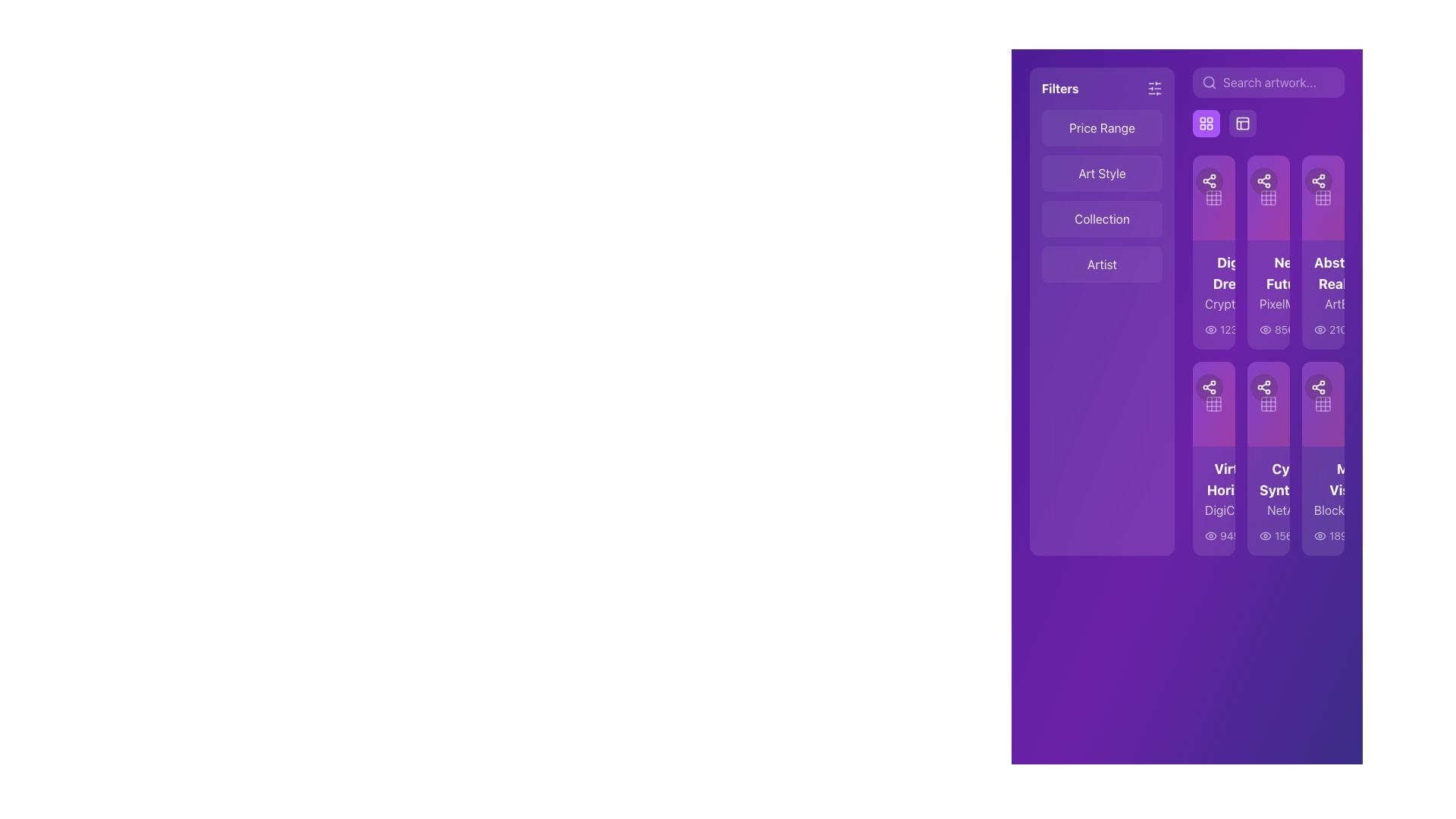  Describe the element at coordinates (1301, 180) in the screenshot. I see `the circular Icon button with a sharing icon` at that location.